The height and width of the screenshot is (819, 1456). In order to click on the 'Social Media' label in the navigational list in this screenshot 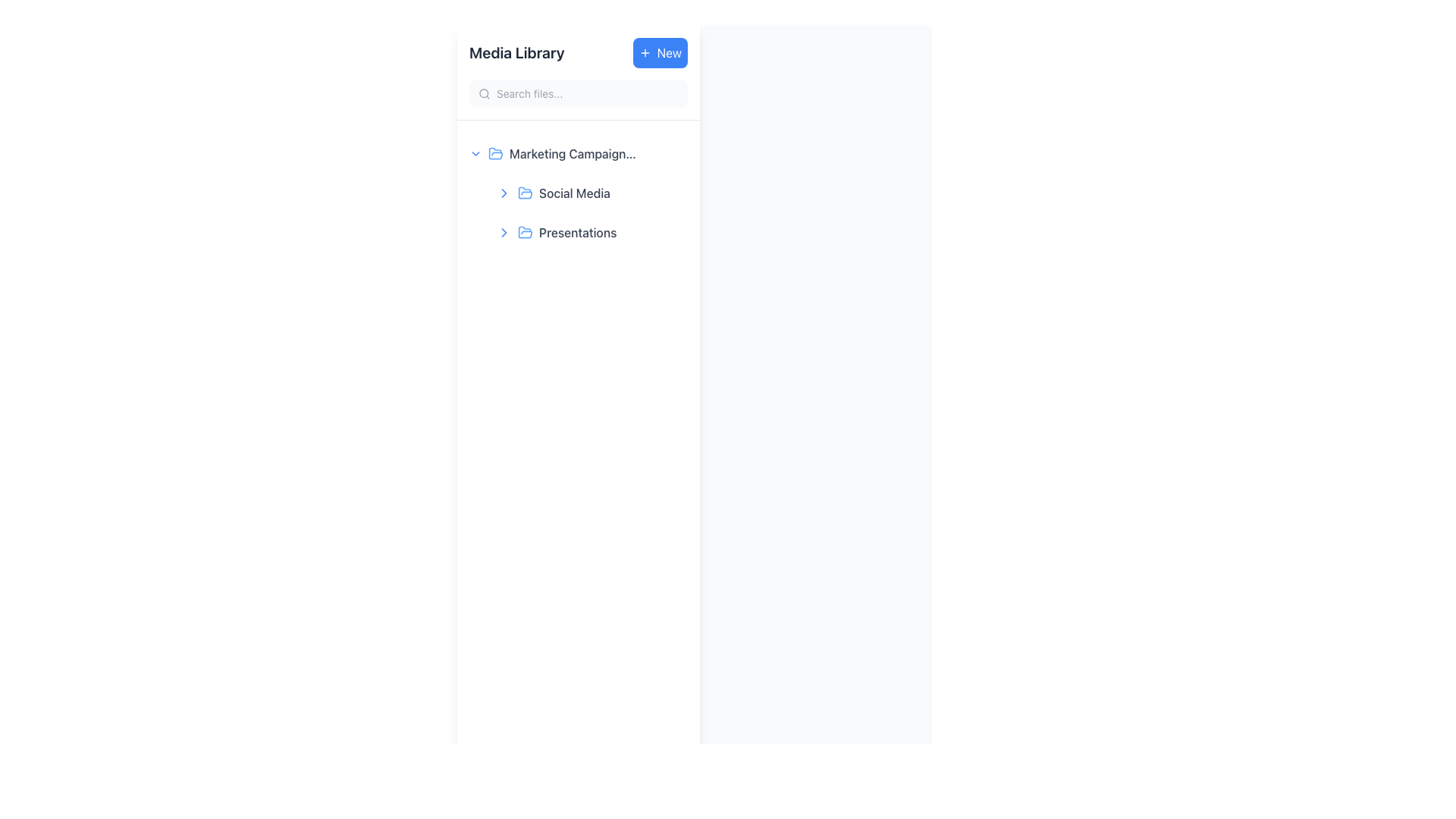, I will do `click(578, 192)`.